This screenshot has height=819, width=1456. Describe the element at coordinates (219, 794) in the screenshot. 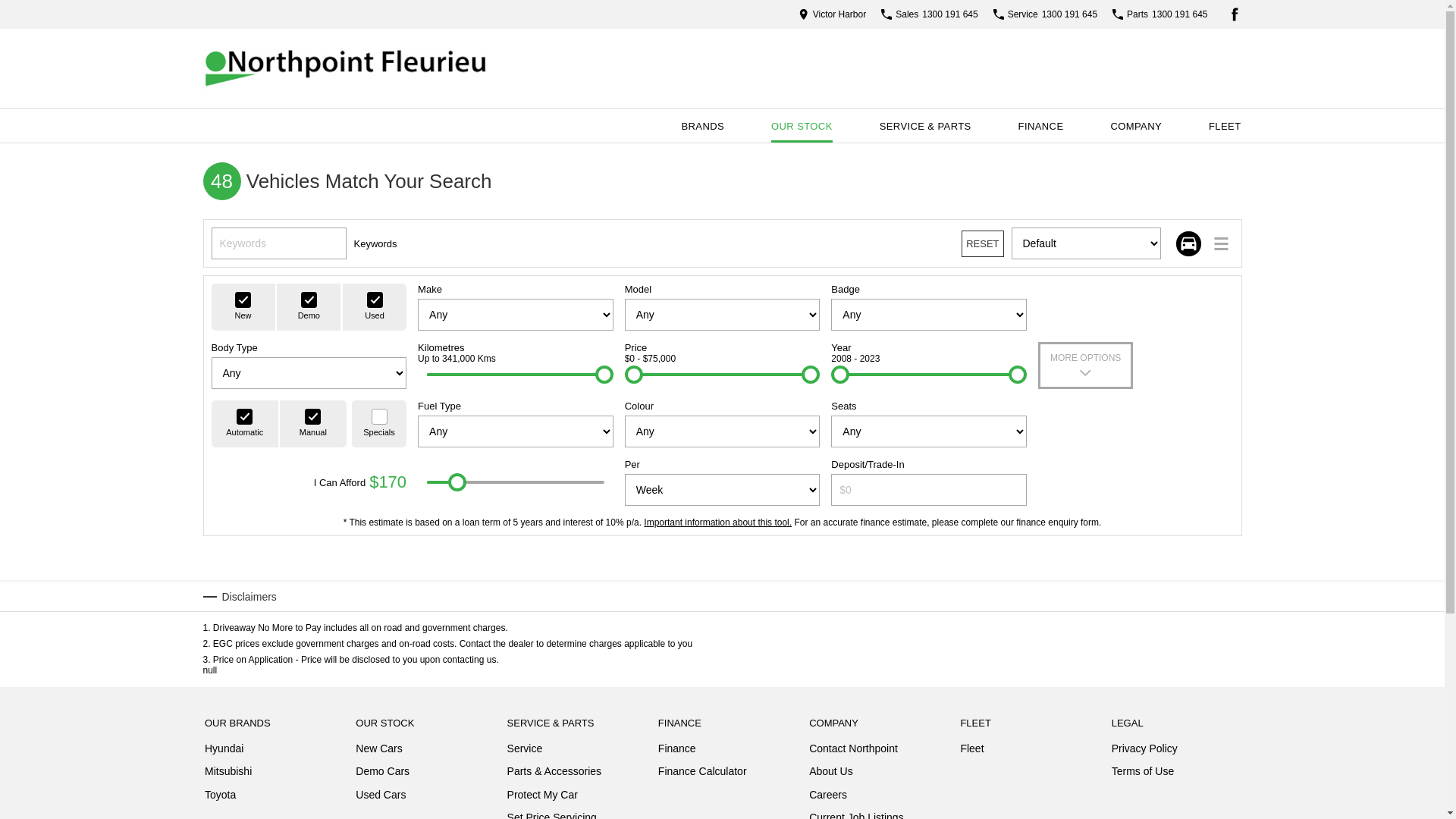

I see `'Toyota'` at that location.